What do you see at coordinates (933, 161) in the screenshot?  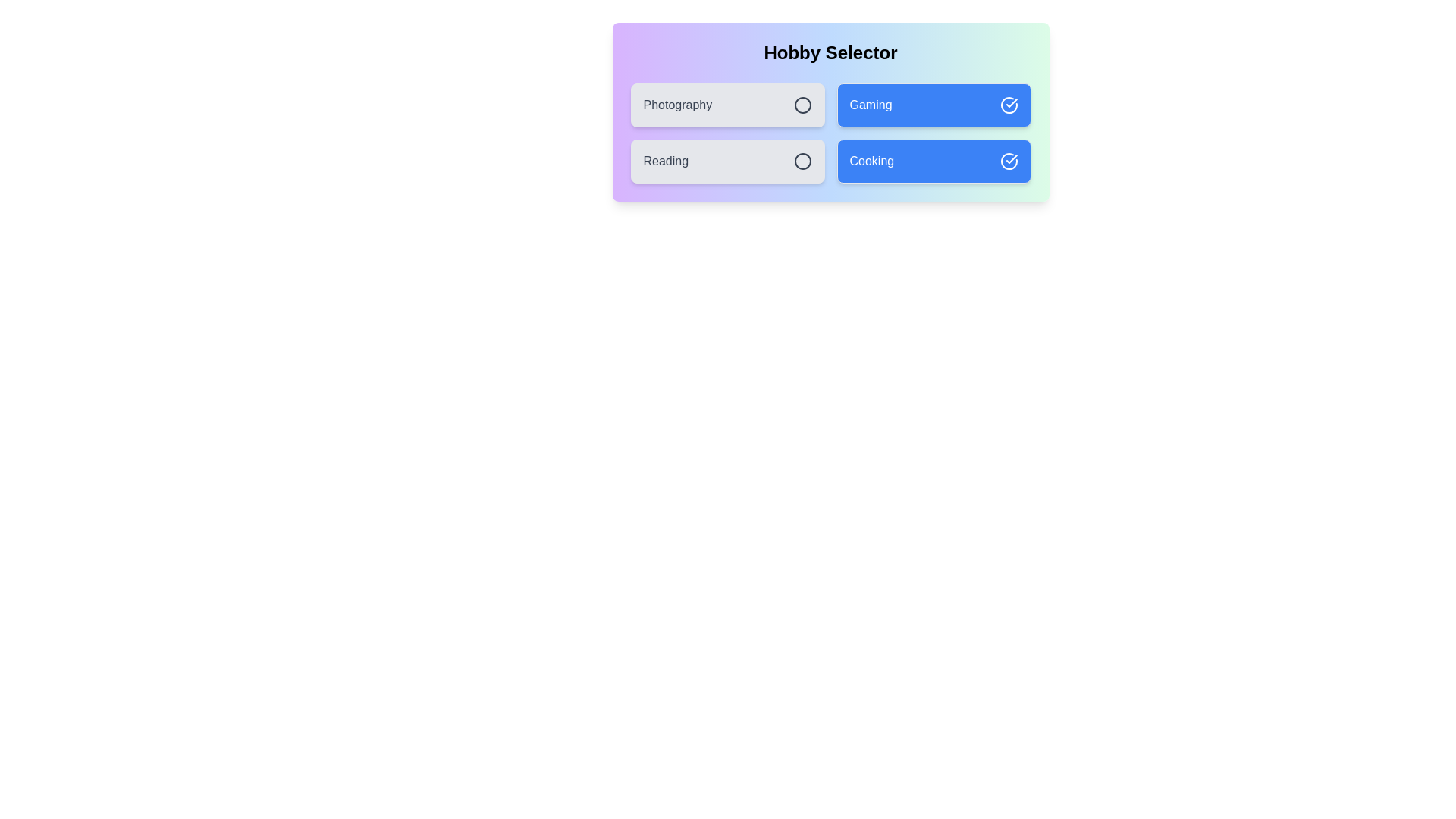 I see `the item labeled Cooking` at bounding box center [933, 161].